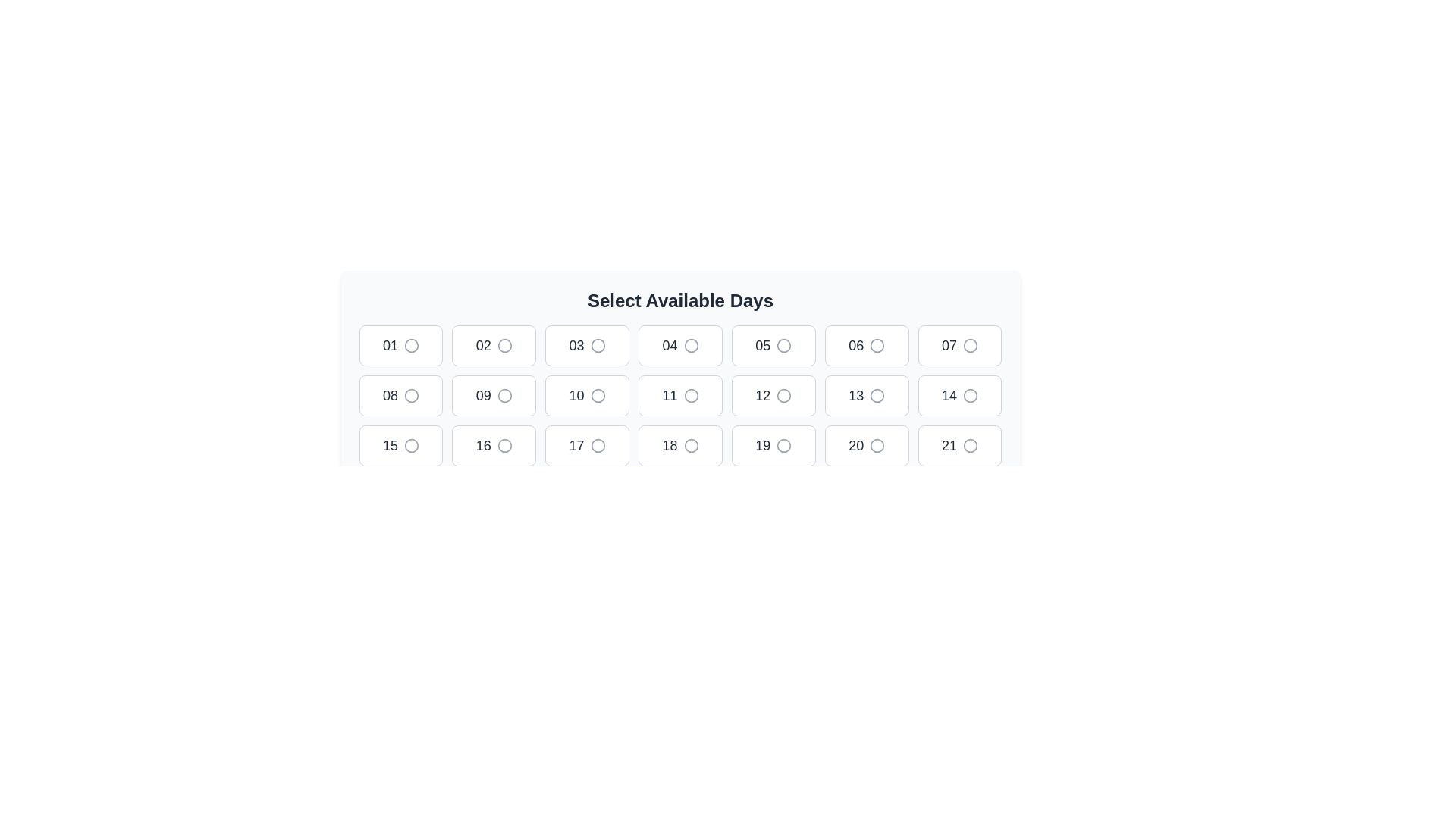  What do you see at coordinates (959, 444) in the screenshot?
I see `the rectangular button with rounded corners displaying the number '21' and an unfilled circle beside it, located in the third row and seventh column of the grid` at bounding box center [959, 444].